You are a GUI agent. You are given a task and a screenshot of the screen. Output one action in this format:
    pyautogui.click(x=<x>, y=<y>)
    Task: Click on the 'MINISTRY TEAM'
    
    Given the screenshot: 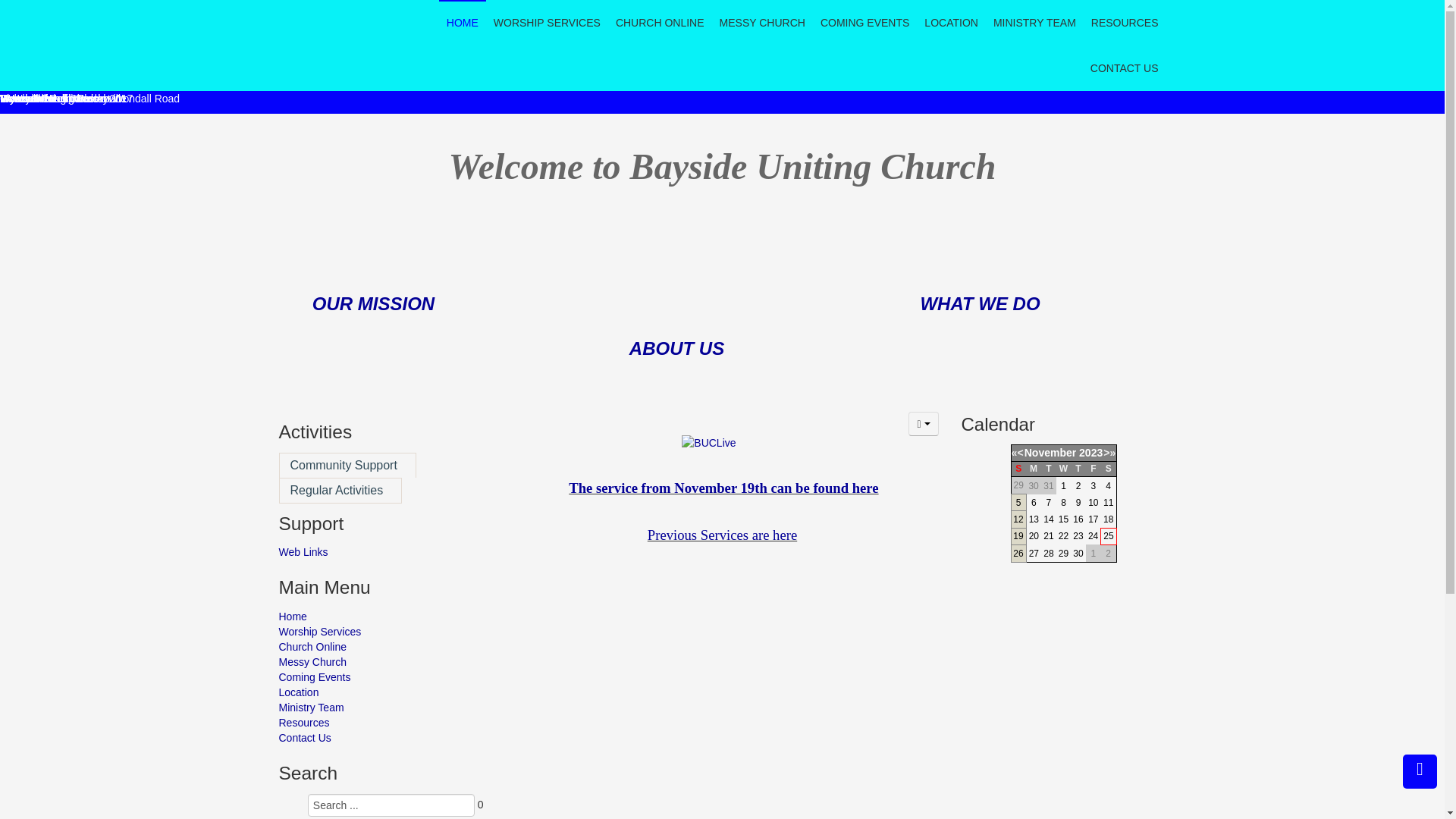 What is the action you would take?
    pyautogui.click(x=1034, y=23)
    